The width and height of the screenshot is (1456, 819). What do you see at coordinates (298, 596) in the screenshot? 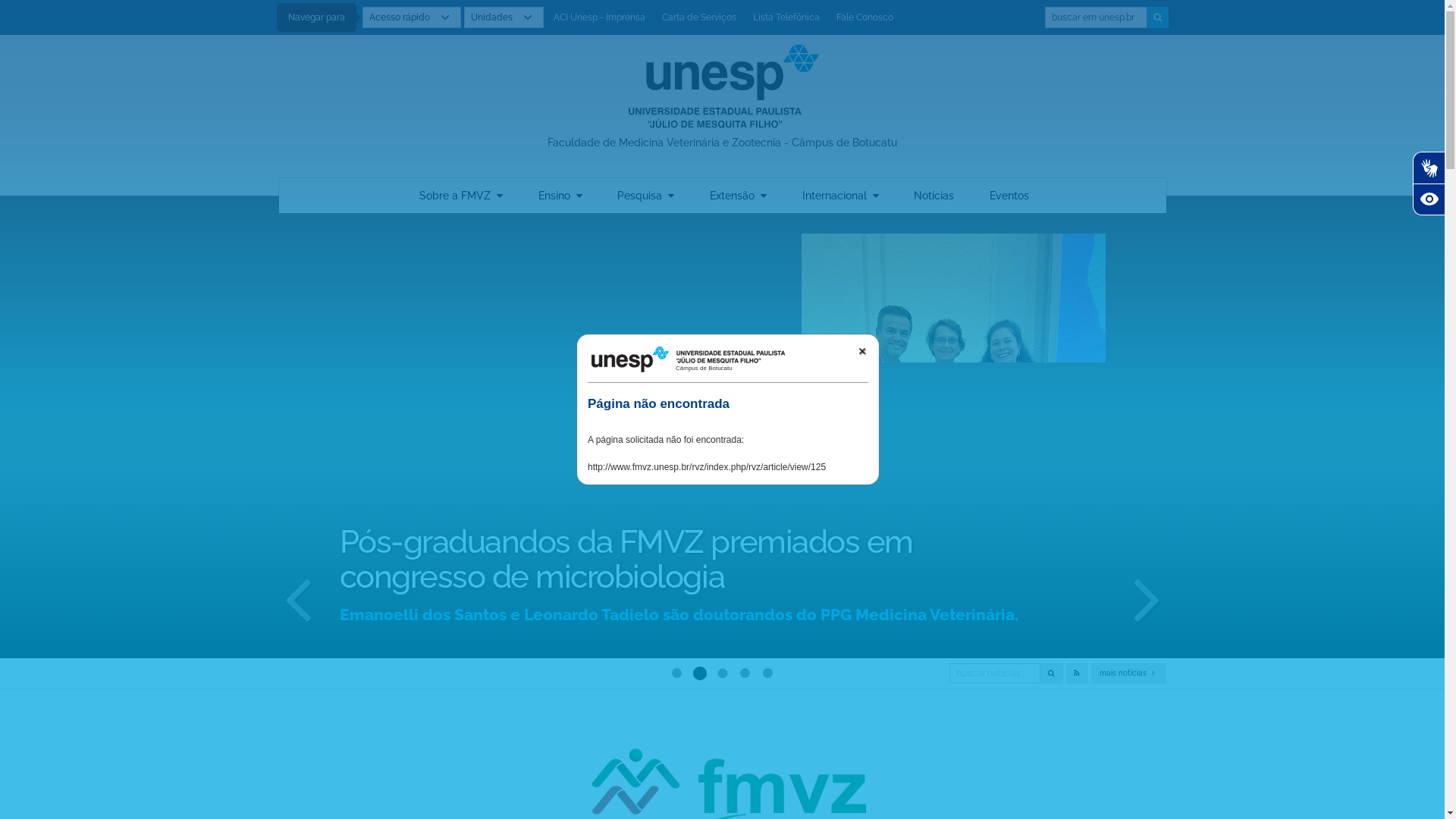
I see `'Ir para o item anterior'` at bounding box center [298, 596].